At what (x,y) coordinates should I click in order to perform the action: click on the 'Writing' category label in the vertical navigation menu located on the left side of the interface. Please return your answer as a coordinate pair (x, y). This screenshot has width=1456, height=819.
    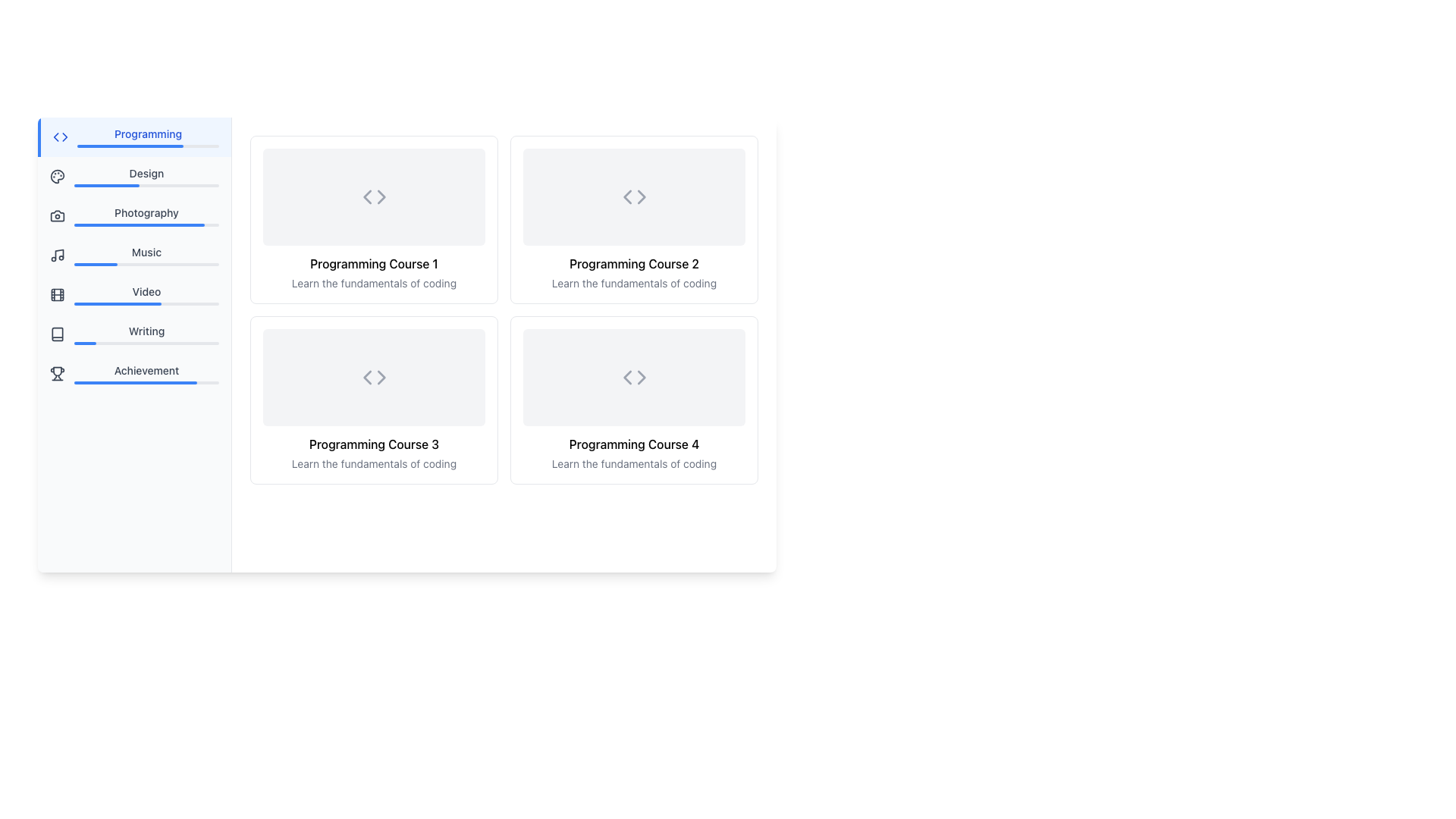
    Looking at the image, I should click on (146, 330).